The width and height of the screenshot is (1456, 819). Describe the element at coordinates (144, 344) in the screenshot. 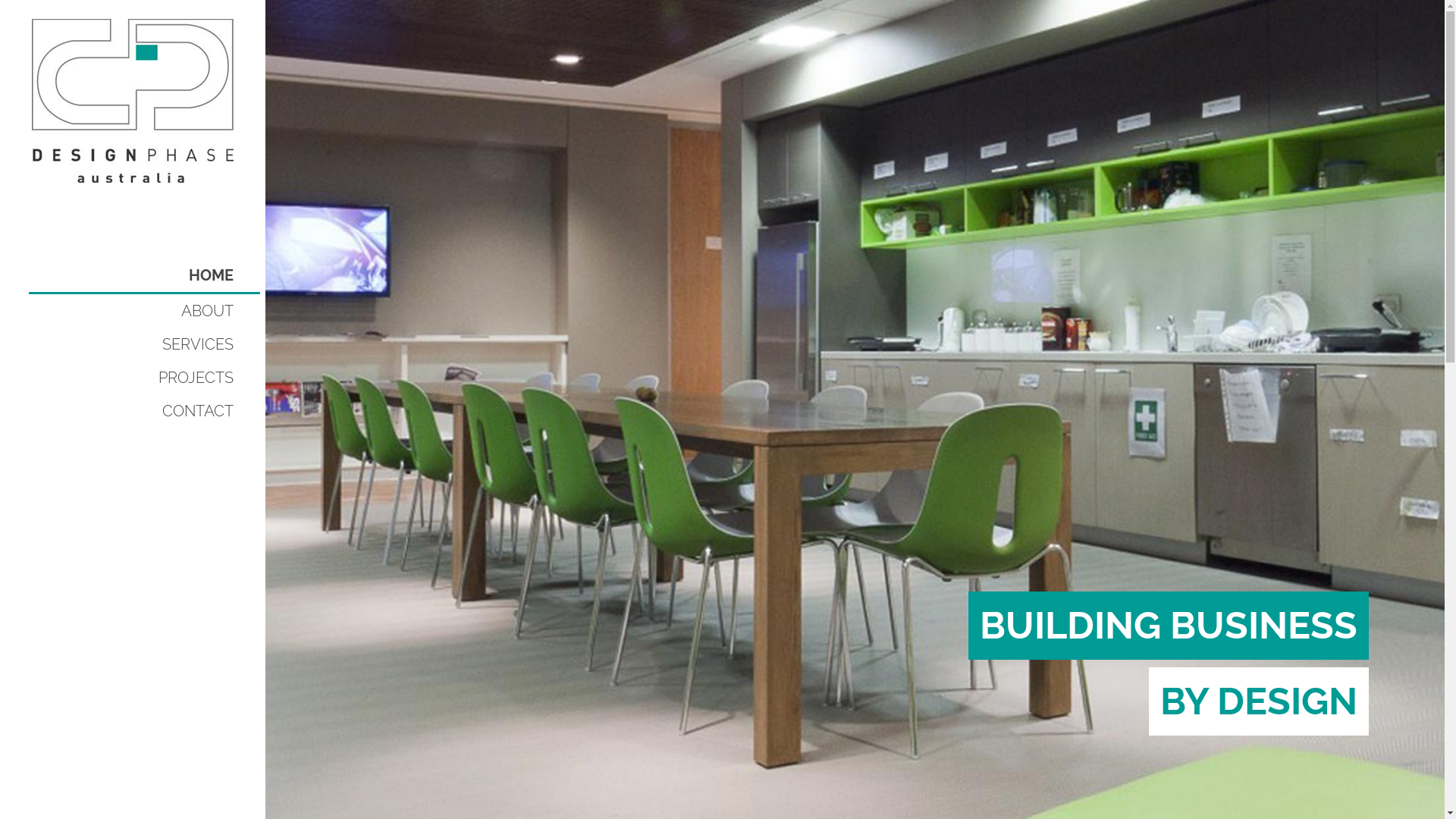

I see `'SERVICES'` at that location.